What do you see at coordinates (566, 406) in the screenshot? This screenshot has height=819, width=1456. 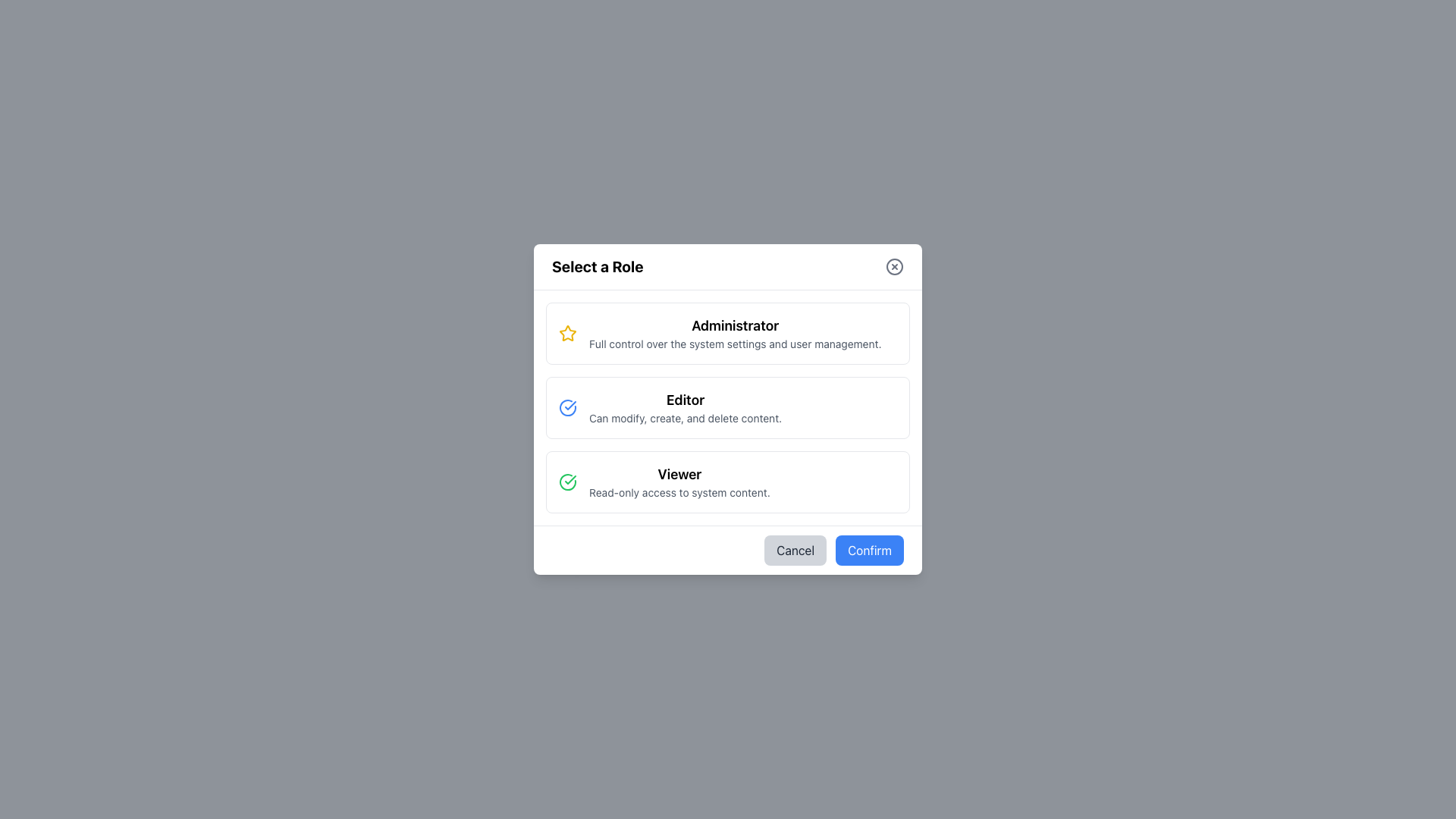 I see `the blue circular icon with a white checkmark located in the 'Editor' section of the 'Select a Role' dialog box` at bounding box center [566, 406].